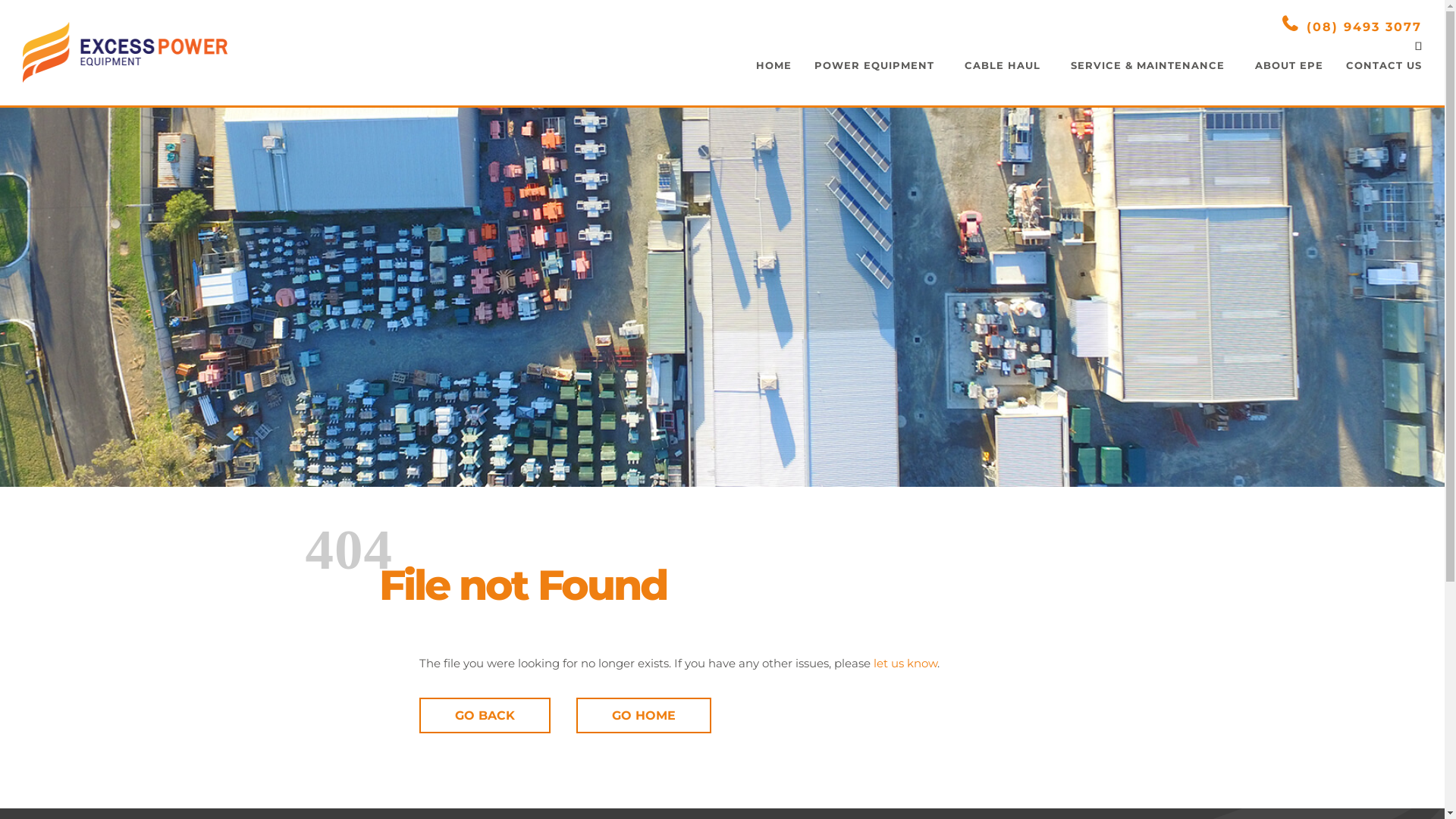  Describe the element at coordinates (1147, 80) in the screenshot. I see `'SERVICE & MAINTENANCE'` at that location.